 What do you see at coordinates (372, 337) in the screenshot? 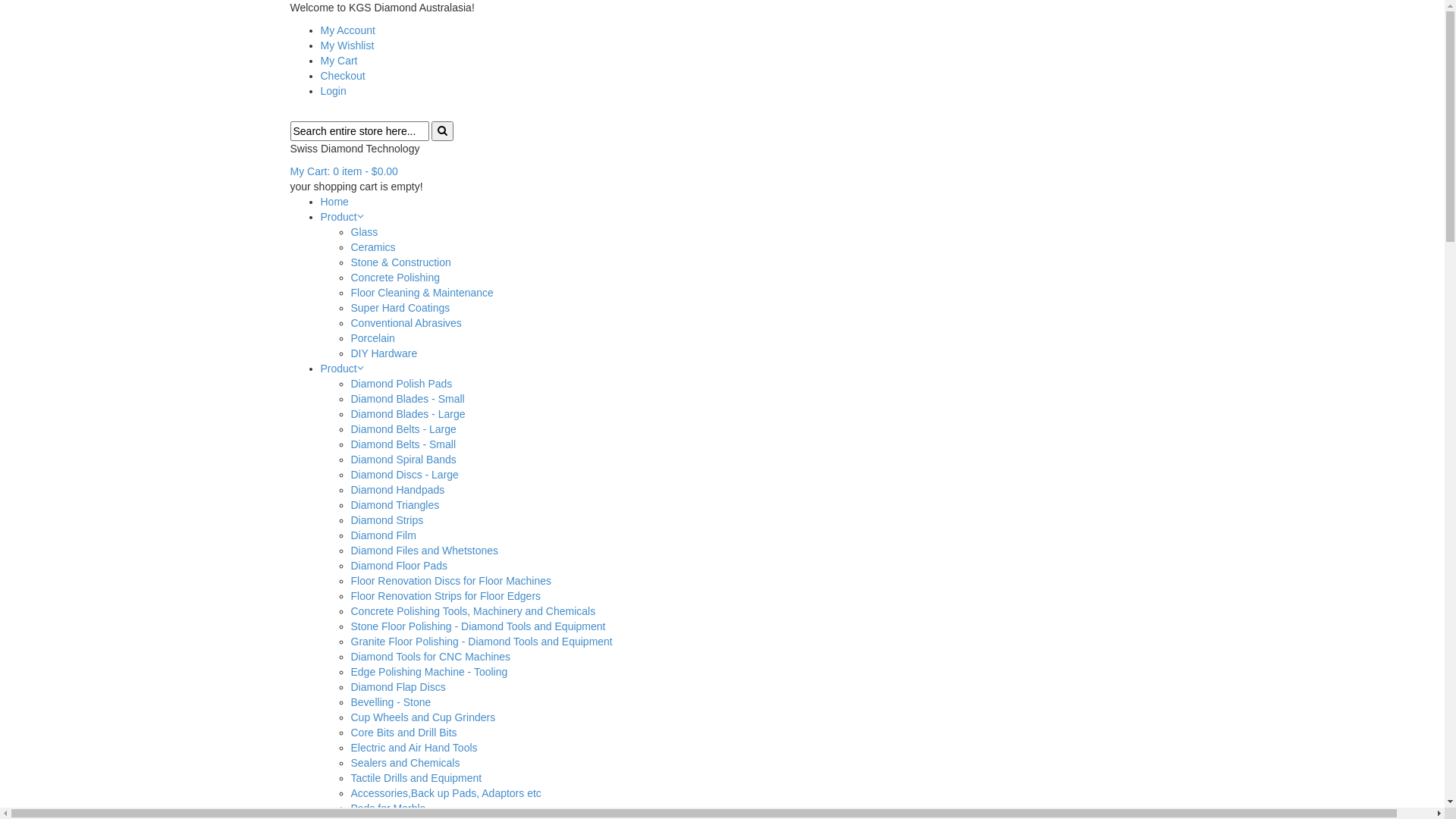
I see `'Porcelain'` at bounding box center [372, 337].